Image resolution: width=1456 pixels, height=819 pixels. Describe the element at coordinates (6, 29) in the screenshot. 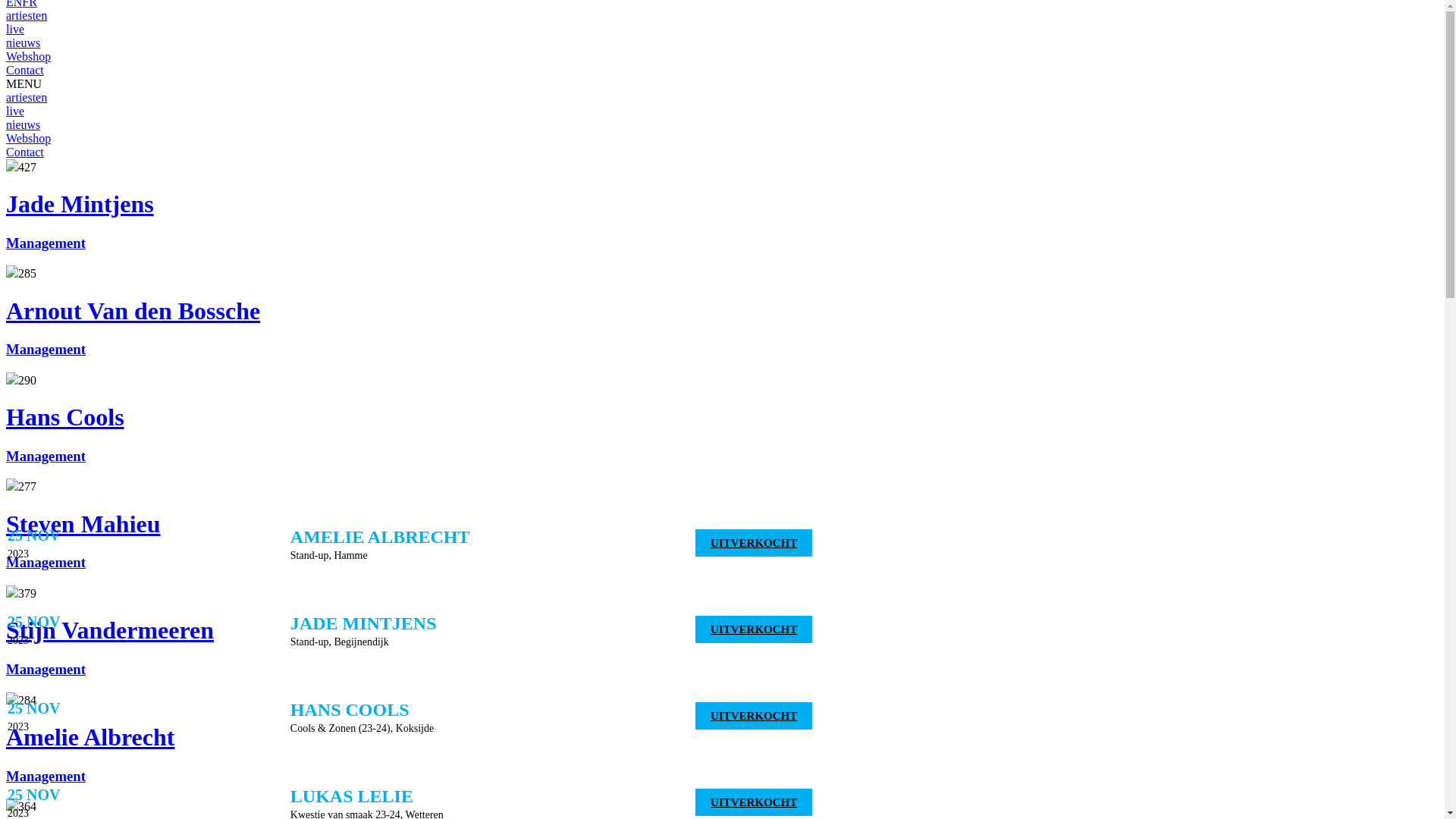

I see `'live'` at that location.